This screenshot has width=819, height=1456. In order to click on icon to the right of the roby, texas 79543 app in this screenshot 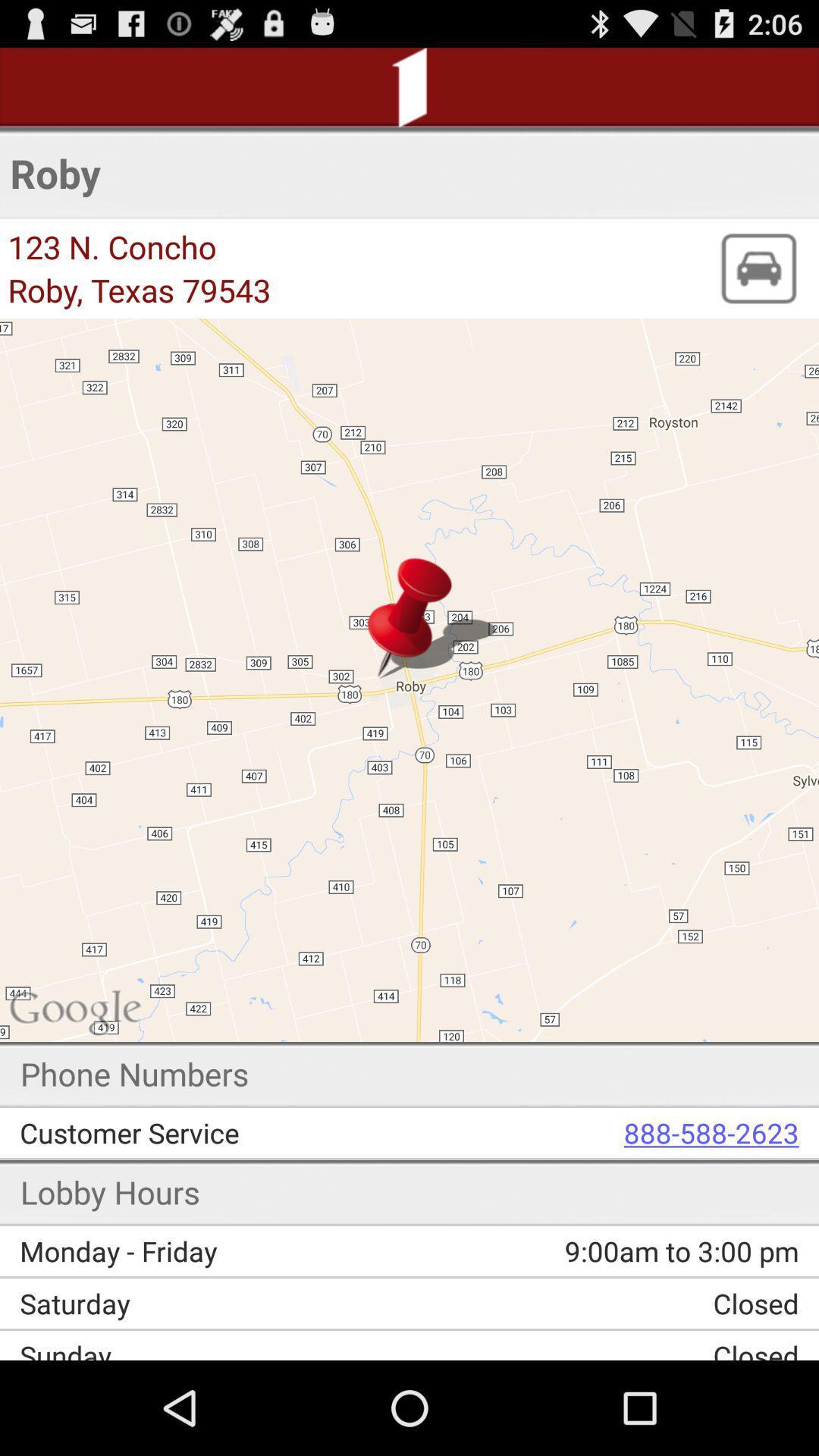, I will do `click(758, 268)`.